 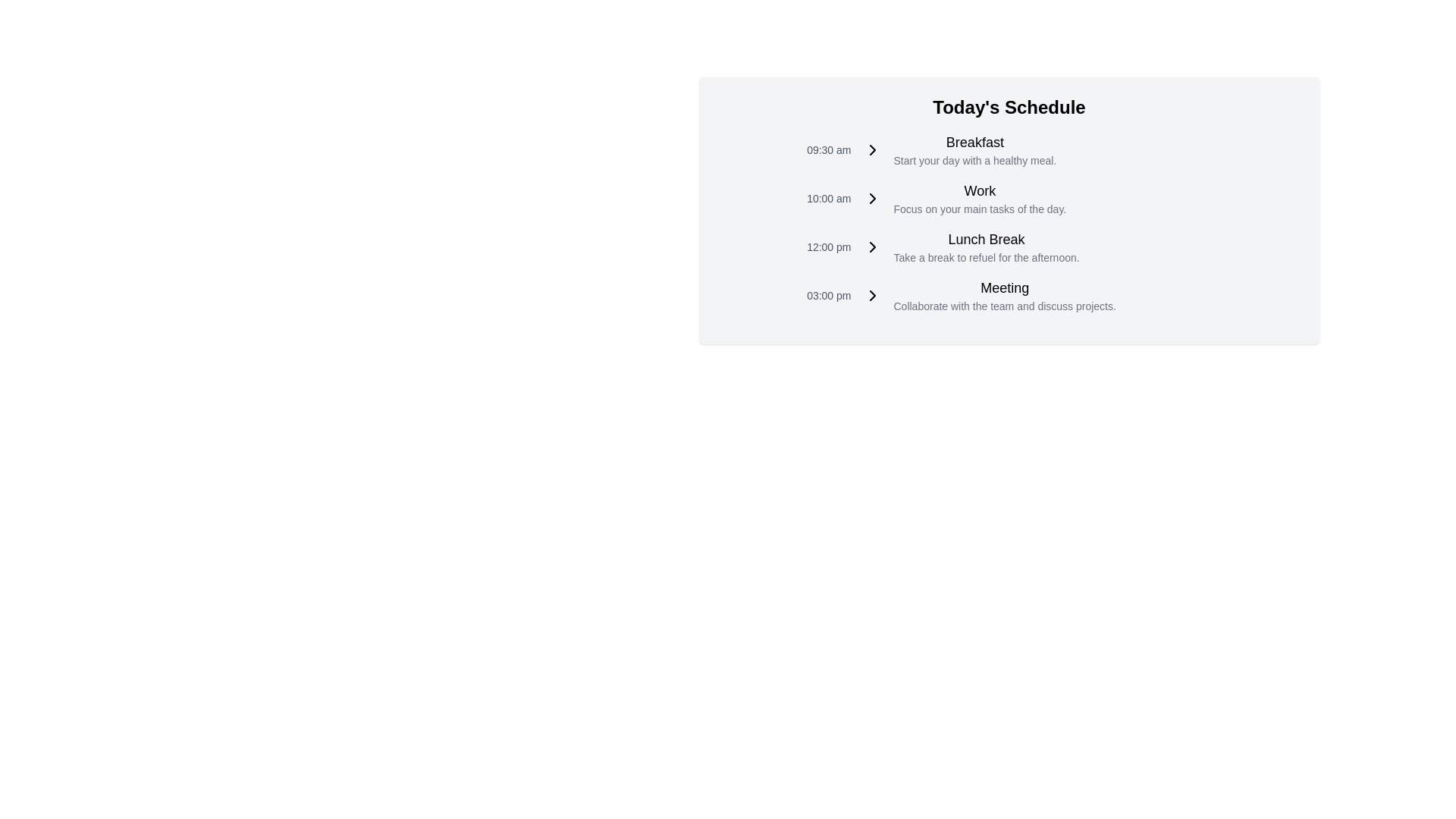 I want to click on the bold text label reading 'Meeting' that is positioned within the schedule interface, located under the 03:00 pm time slot, so click(x=1005, y=288).